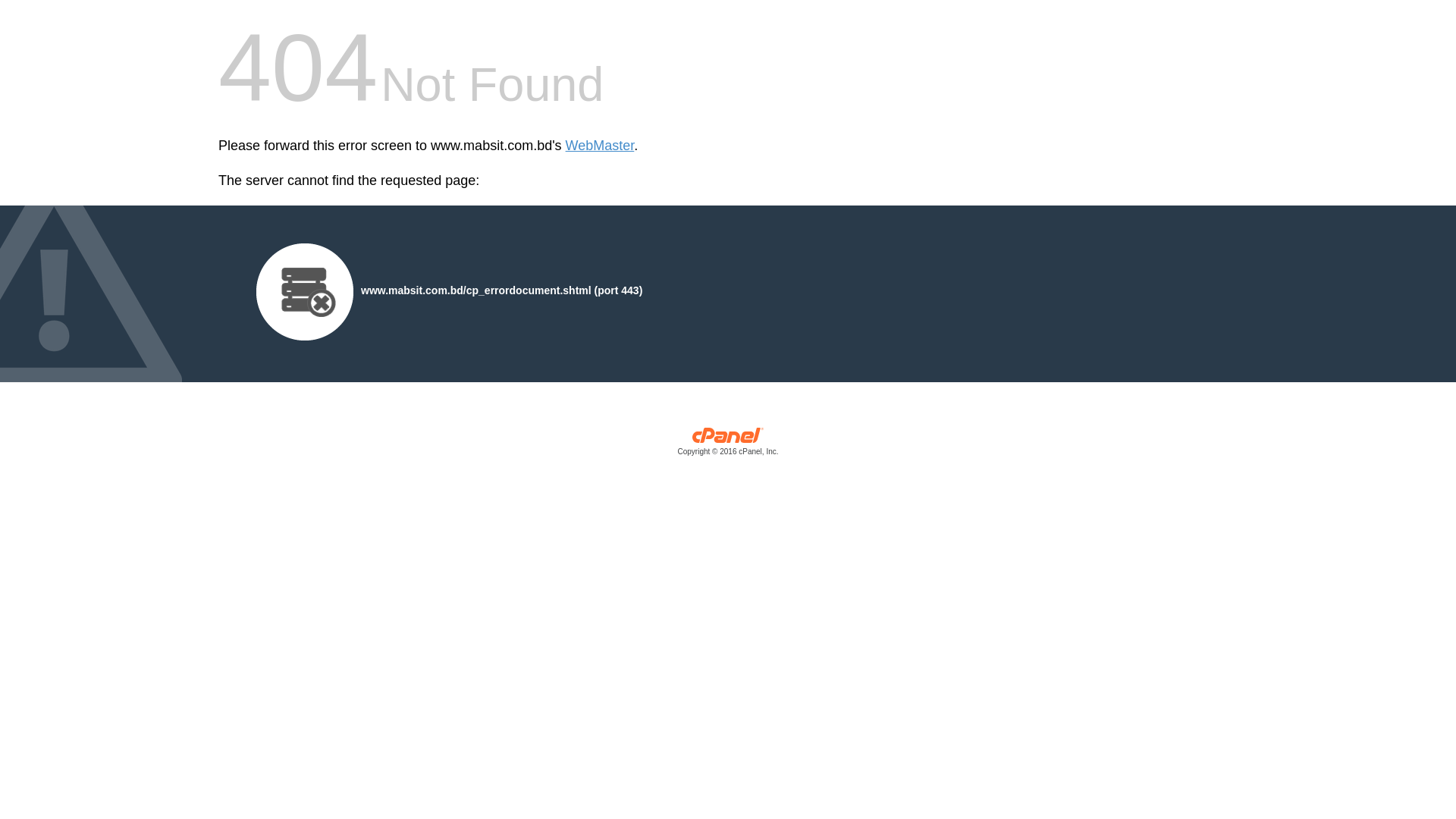  I want to click on 'WebMaster', so click(599, 146).